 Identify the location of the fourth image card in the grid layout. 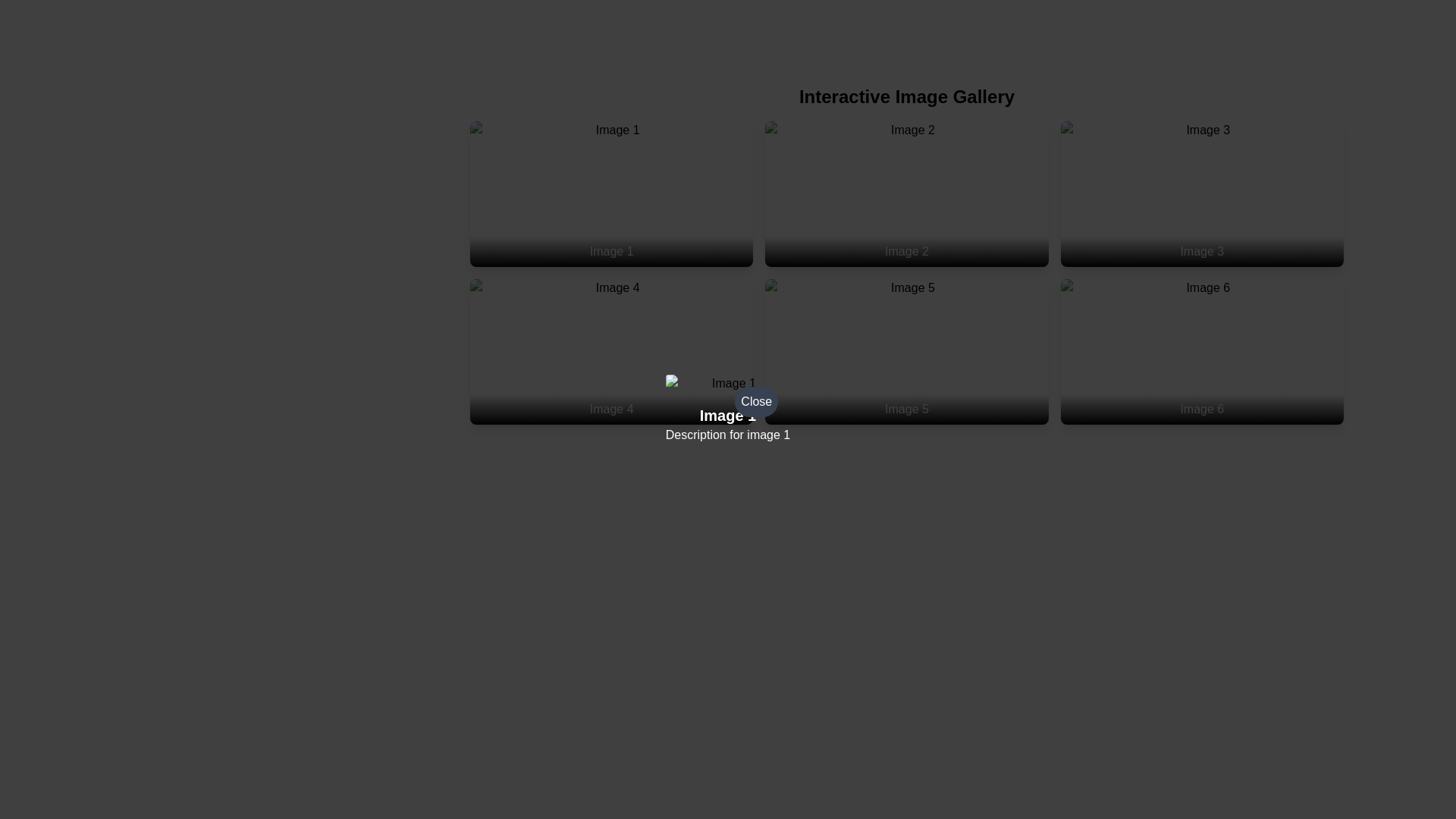
(611, 351).